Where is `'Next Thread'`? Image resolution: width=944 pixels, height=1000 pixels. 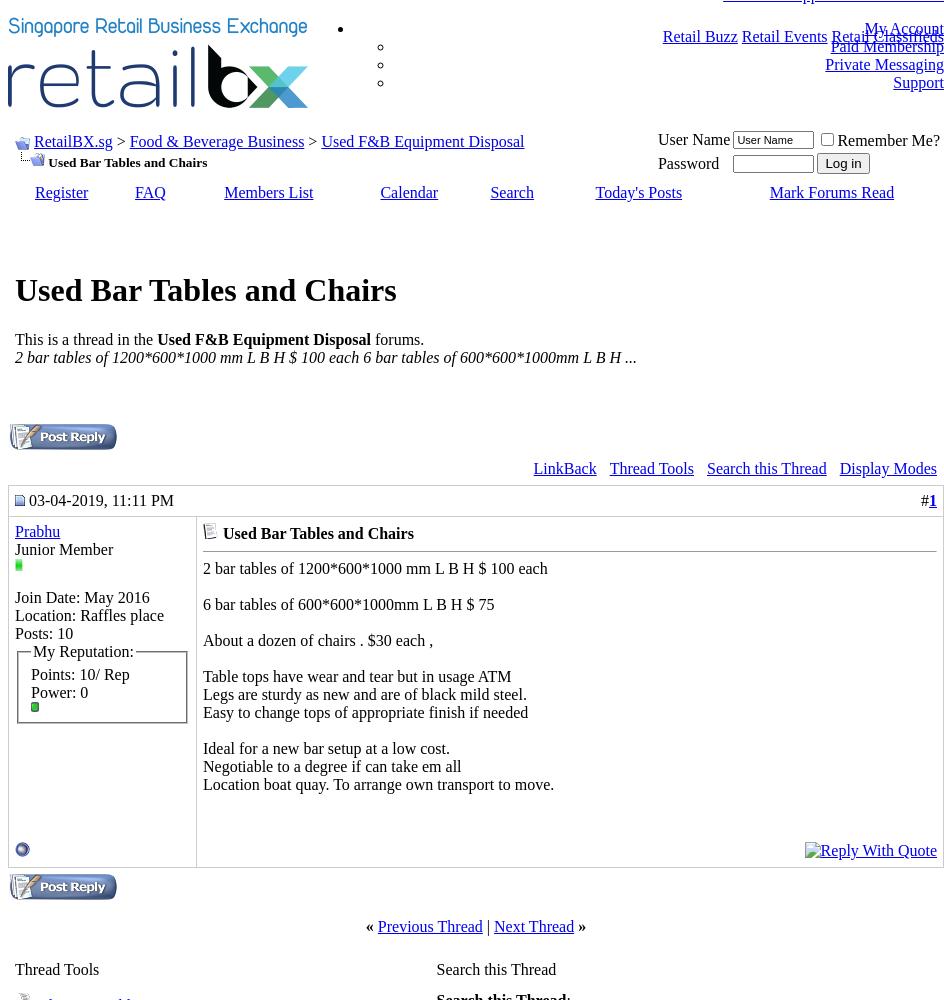
'Next Thread' is located at coordinates (533, 925).